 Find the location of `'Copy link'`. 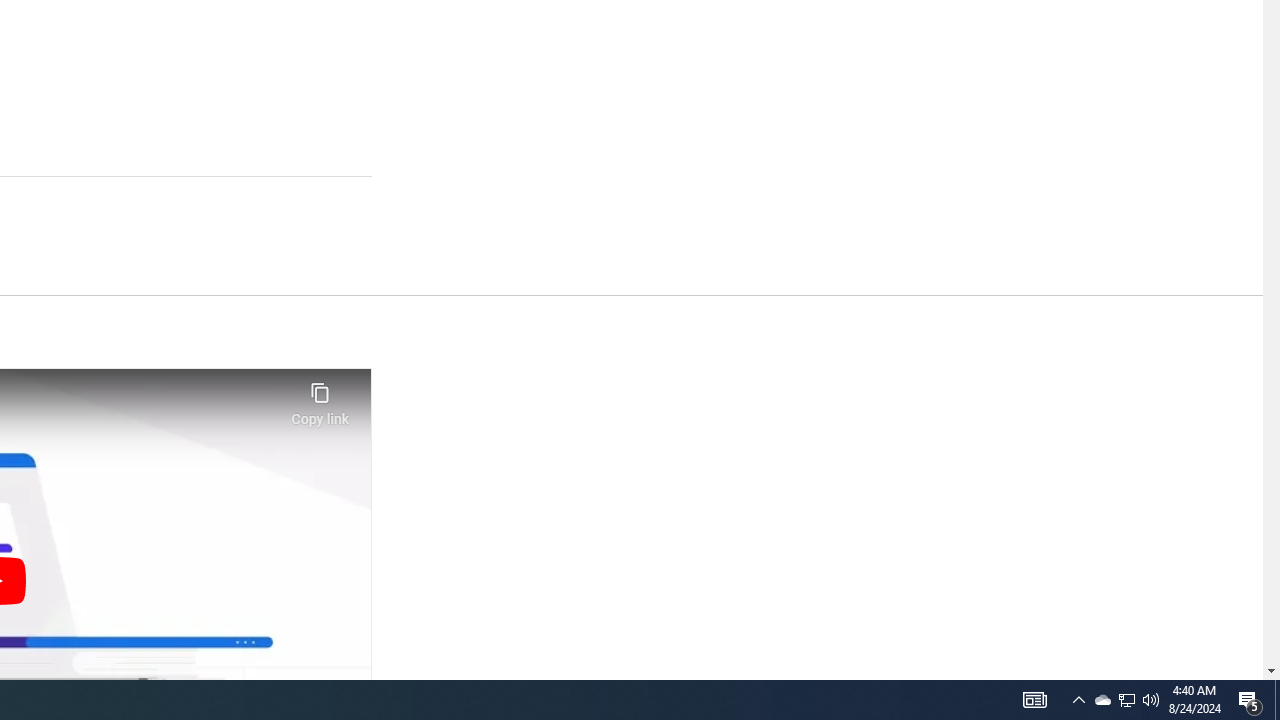

'Copy link' is located at coordinates (320, 398).